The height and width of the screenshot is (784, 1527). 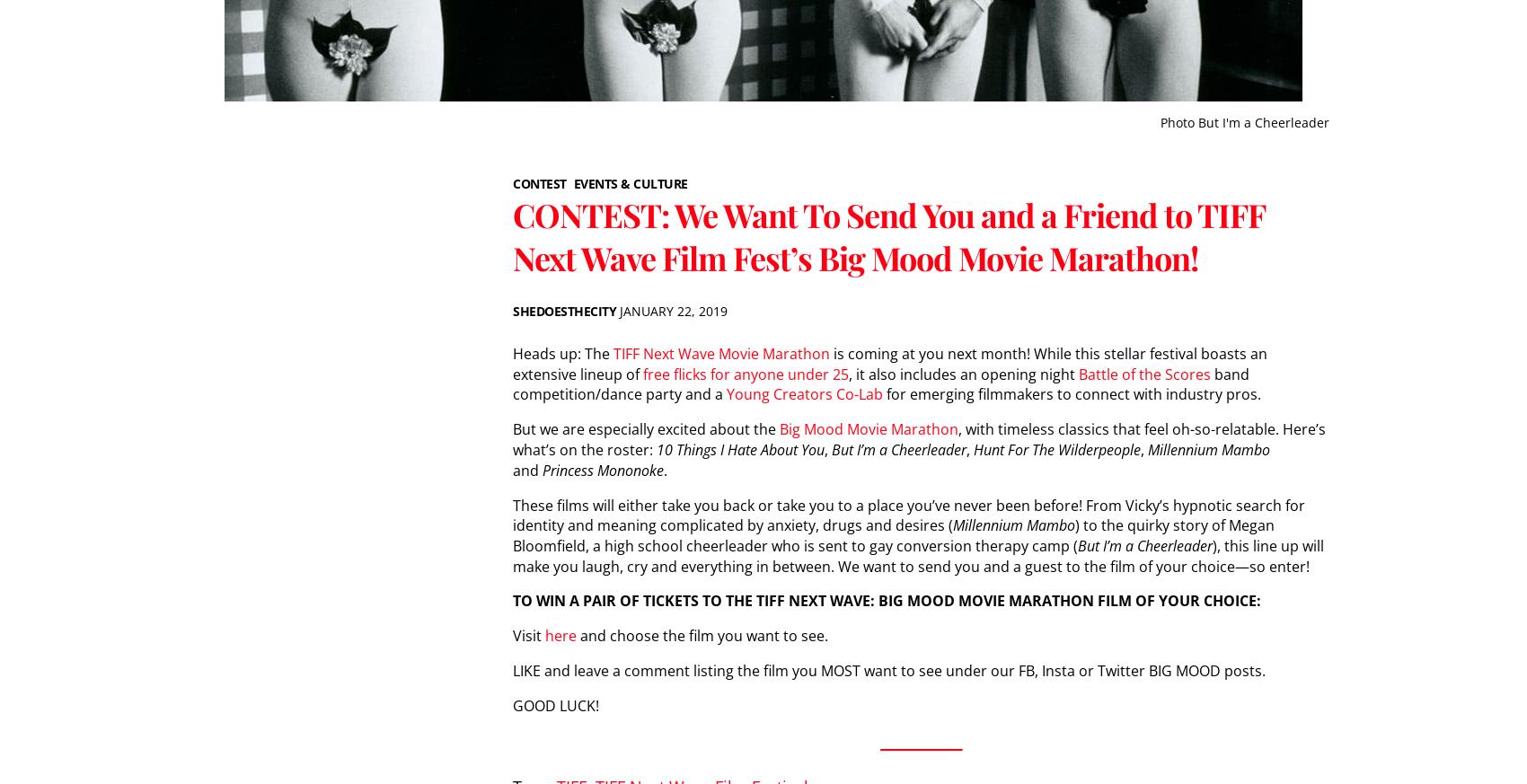 What do you see at coordinates (512, 236) in the screenshot?
I see `'CONTEST: We Want To Send You and a Friend to TIFF Next Wave Film Fest’s Big Mood Movie Marathon!'` at bounding box center [512, 236].